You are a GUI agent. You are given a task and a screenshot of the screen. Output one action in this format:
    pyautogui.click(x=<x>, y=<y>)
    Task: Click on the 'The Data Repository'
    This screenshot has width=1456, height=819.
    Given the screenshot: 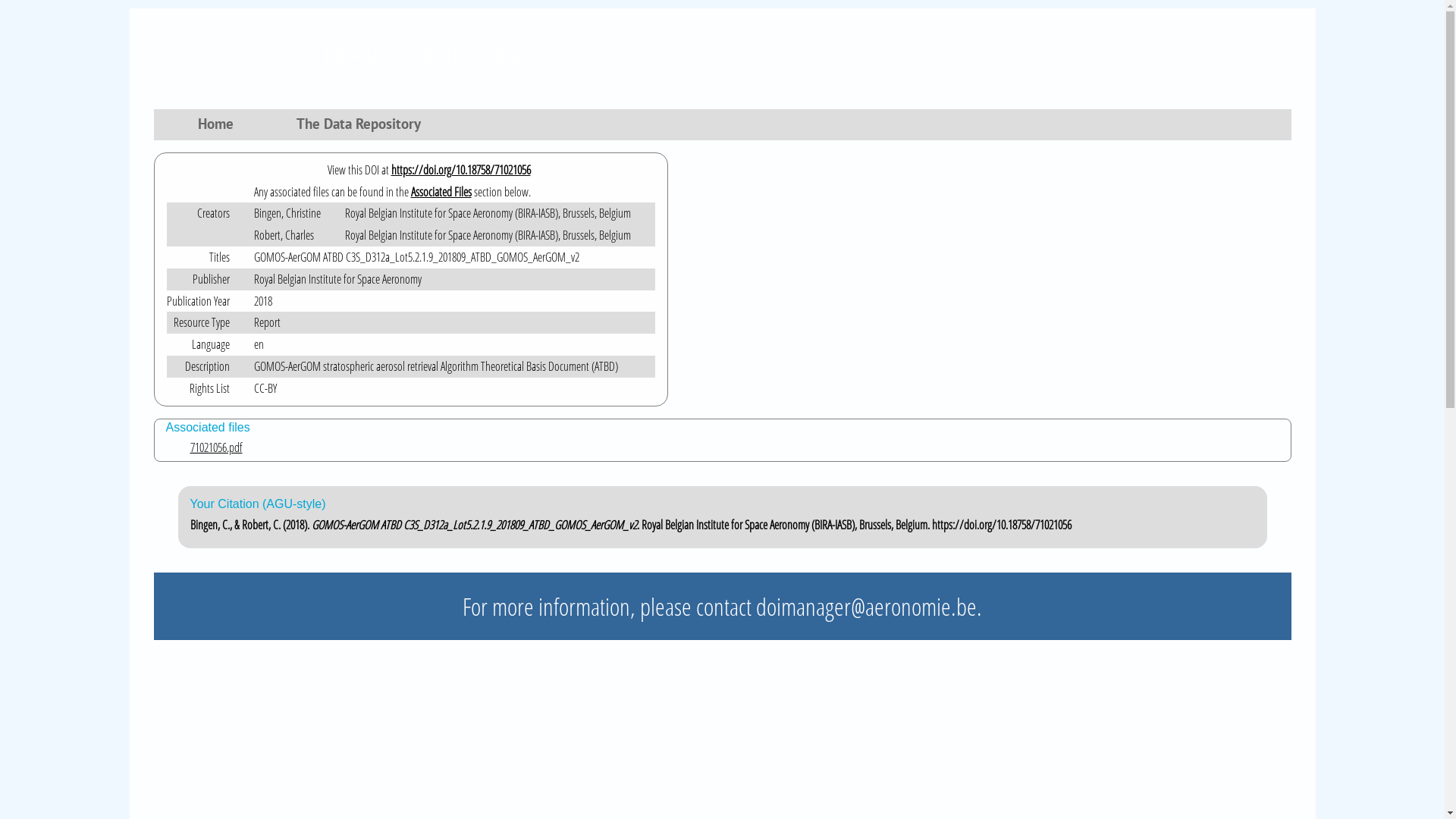 What is the action you would take?
    pyautogui.click(x=287, y=127)
    